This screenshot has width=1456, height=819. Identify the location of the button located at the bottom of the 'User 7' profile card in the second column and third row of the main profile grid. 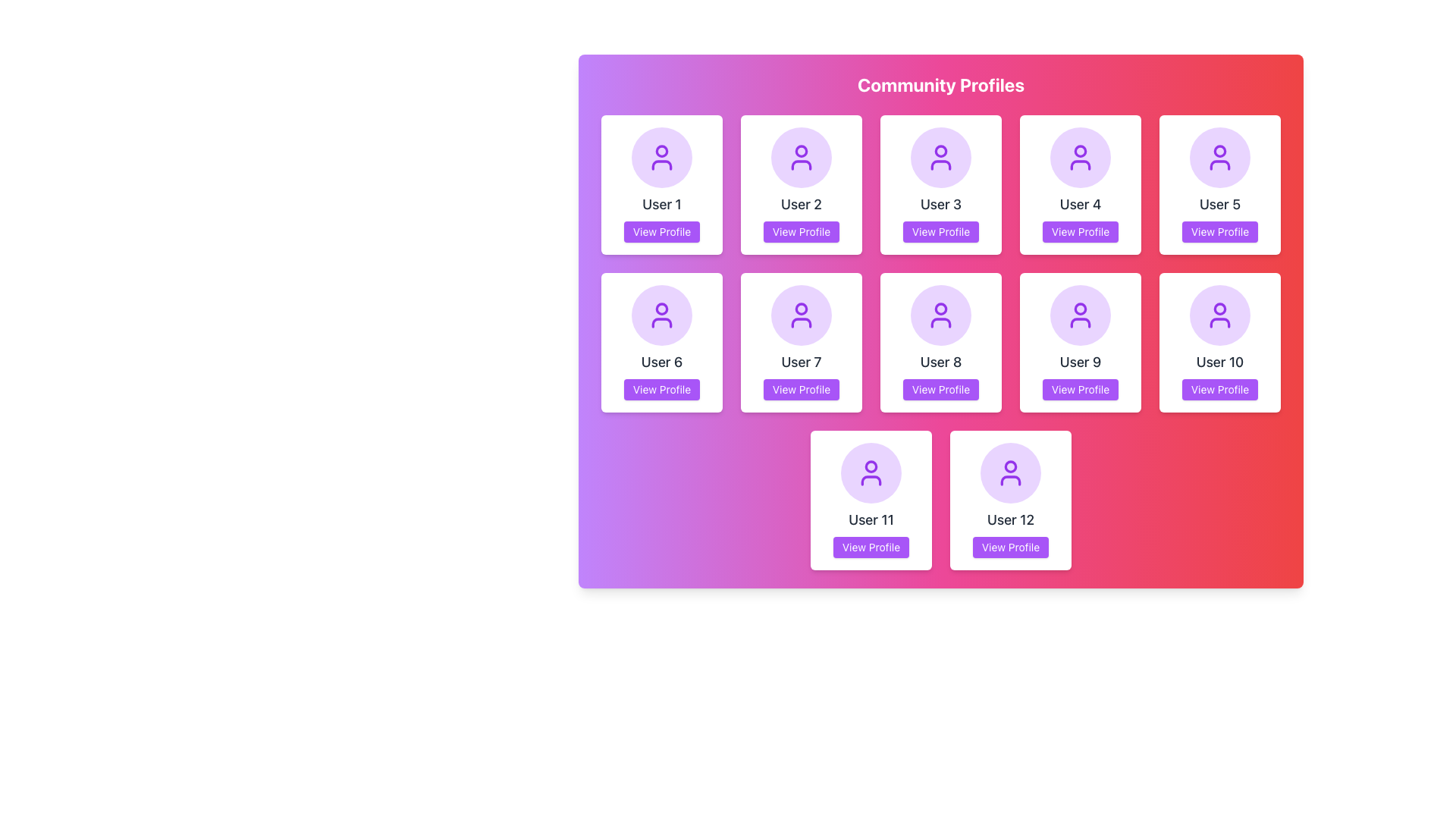
(800, 388).